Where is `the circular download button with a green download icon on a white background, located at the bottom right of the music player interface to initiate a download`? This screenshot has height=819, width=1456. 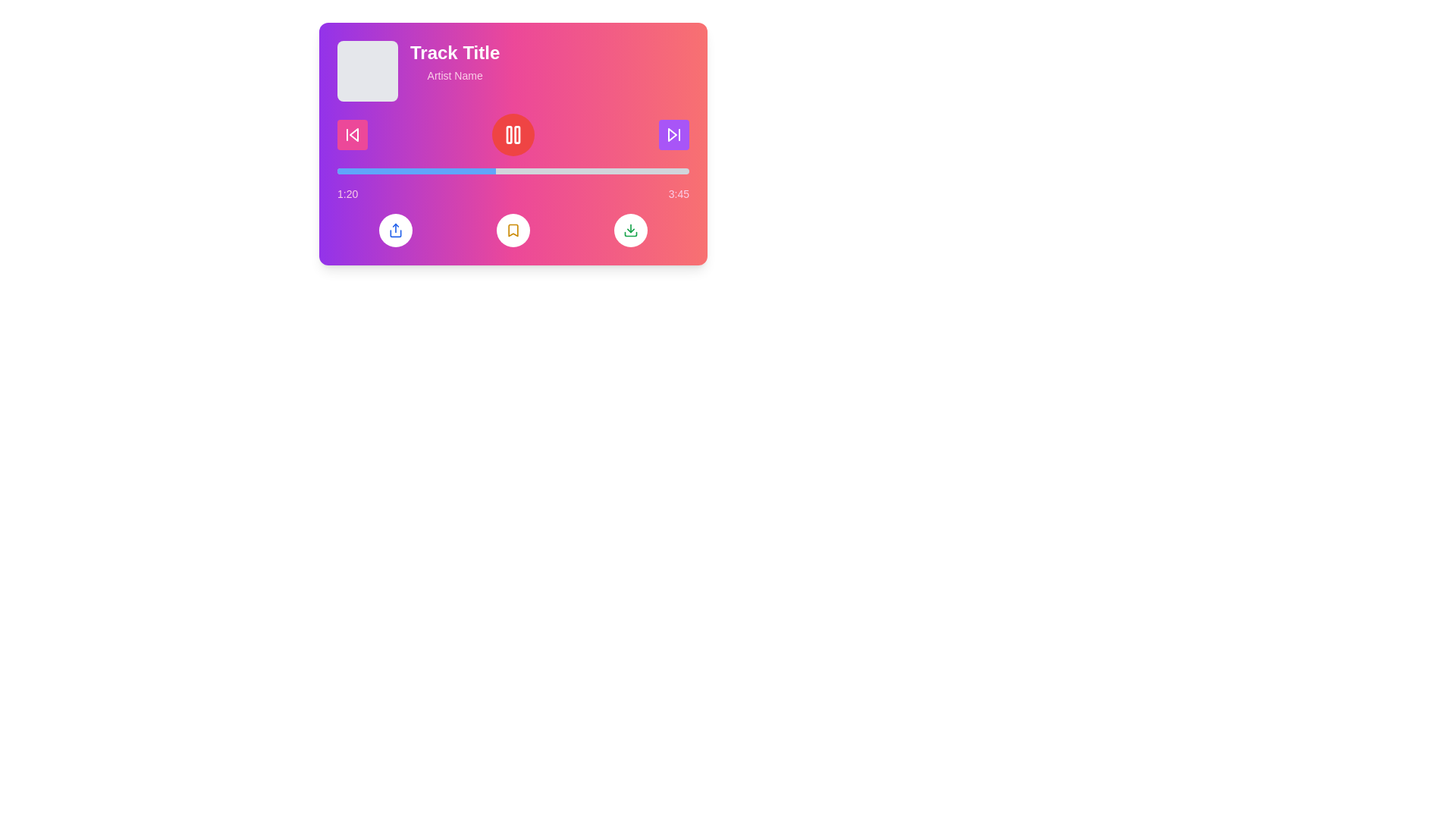 the circular download button with a green download icon on a white background, located at the bottom right of the music player interface to initiate a download is located at coordinates (630, 231).